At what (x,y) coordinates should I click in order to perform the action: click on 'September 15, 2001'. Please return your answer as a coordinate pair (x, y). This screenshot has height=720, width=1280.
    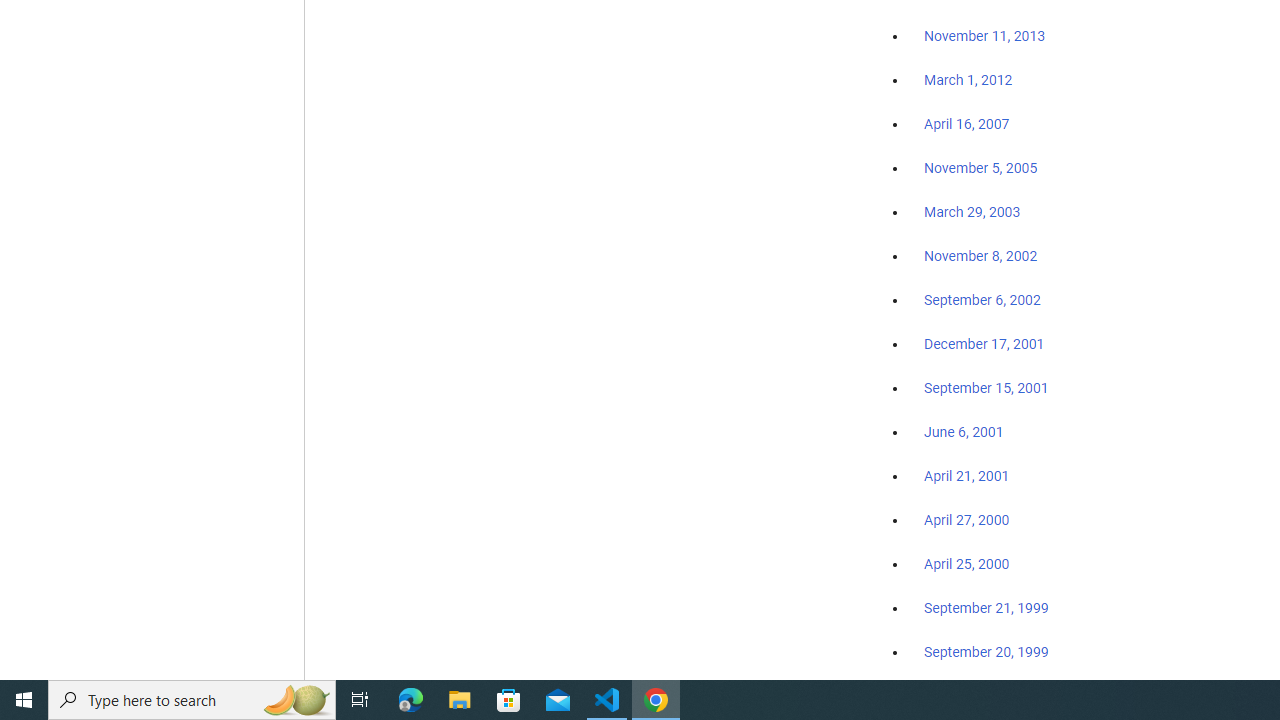
    Looking at the image, I should click on (986, 387).